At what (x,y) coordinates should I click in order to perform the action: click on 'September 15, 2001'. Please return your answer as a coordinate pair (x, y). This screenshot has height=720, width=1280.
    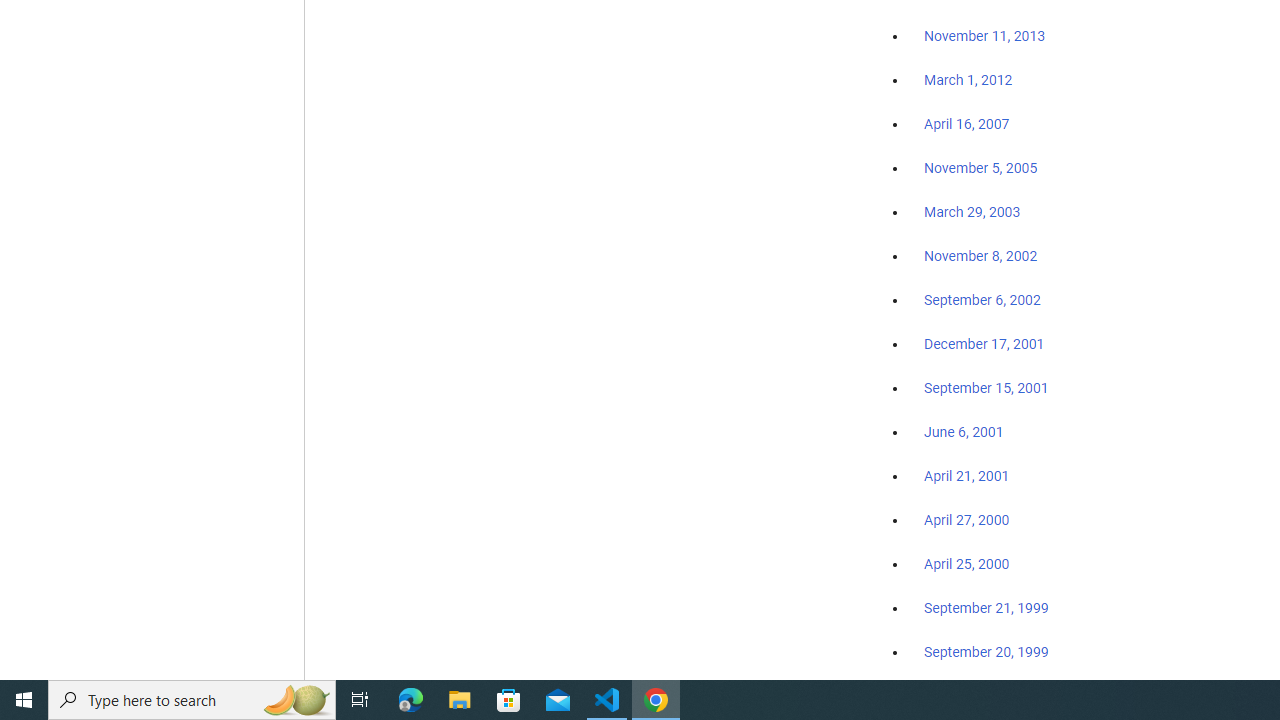
    Looking at the image, I should click on (986, 387).